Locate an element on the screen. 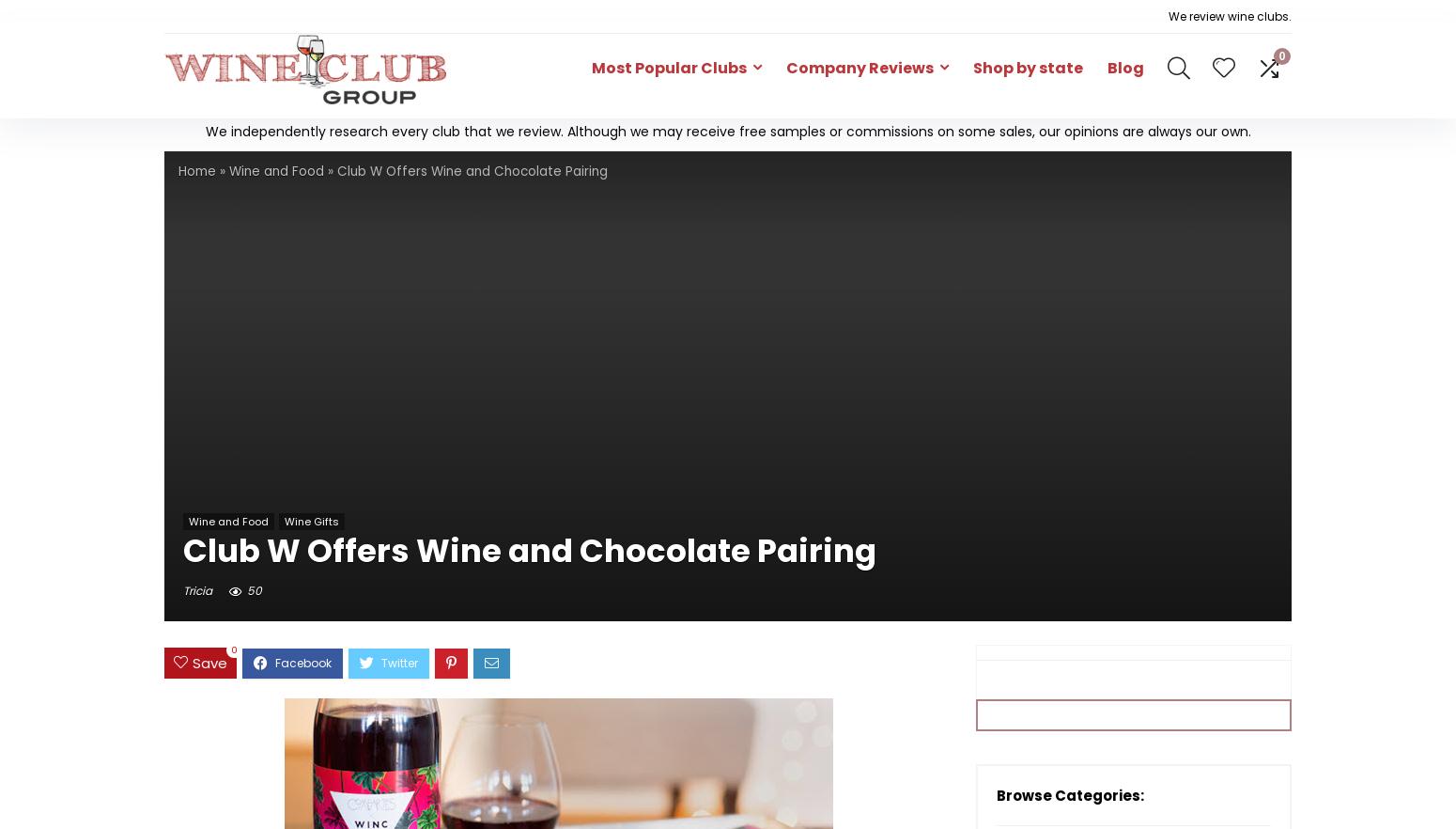 This screenshot has height=829, width=1456. 'Blog' is located at coordinates (1125, 67).